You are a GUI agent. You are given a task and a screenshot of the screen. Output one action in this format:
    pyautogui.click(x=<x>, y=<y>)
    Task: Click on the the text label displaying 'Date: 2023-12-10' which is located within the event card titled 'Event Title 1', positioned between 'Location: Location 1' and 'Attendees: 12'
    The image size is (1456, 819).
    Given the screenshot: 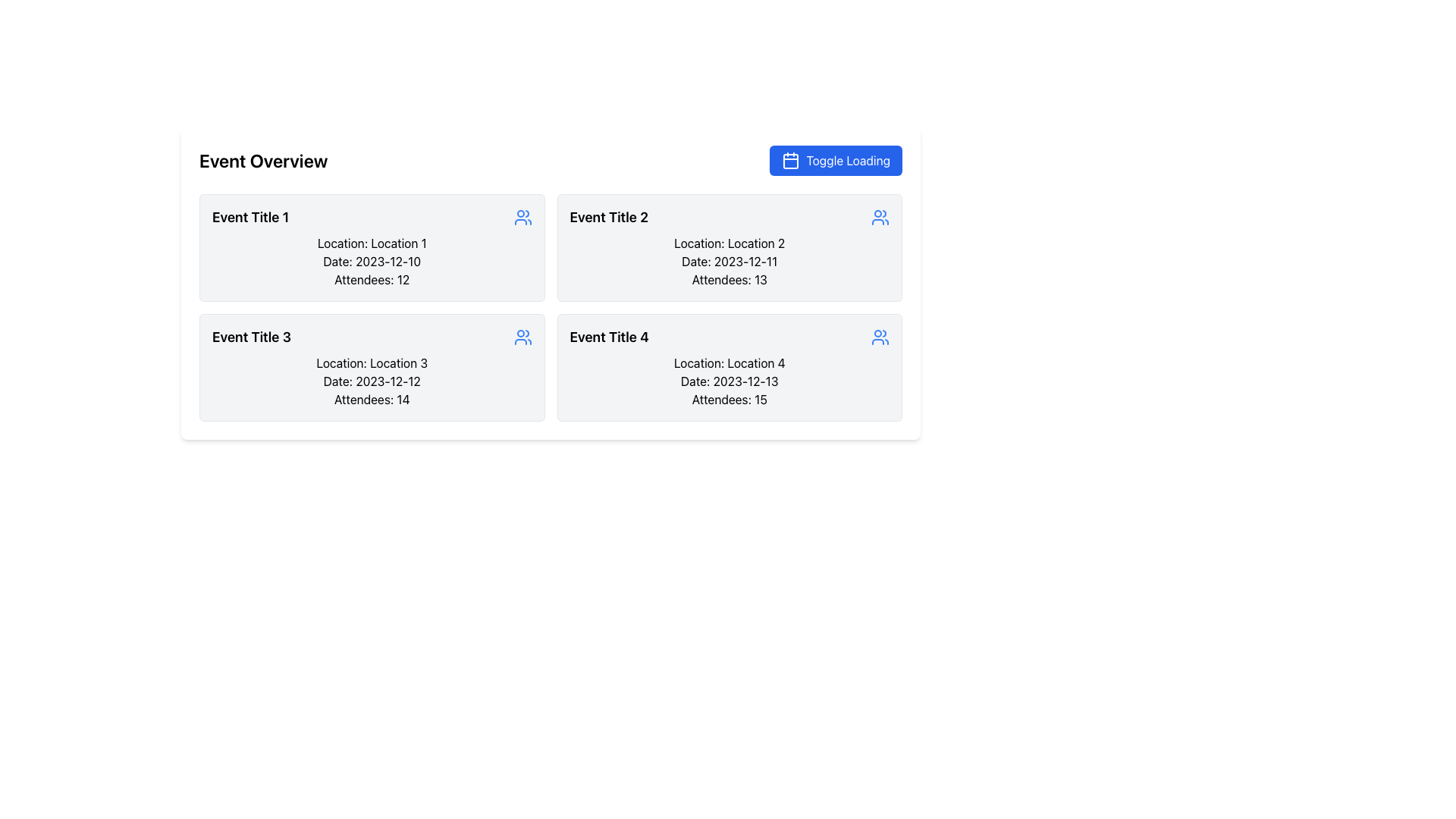 What is the action you would take?
    pyautogui.click(x=372, y=260)
    